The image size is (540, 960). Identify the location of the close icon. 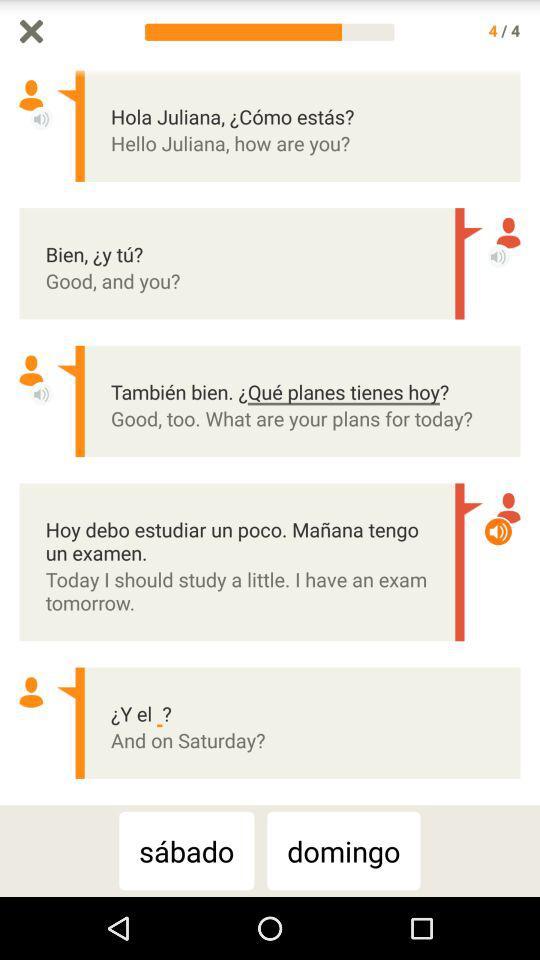
(30, 32).